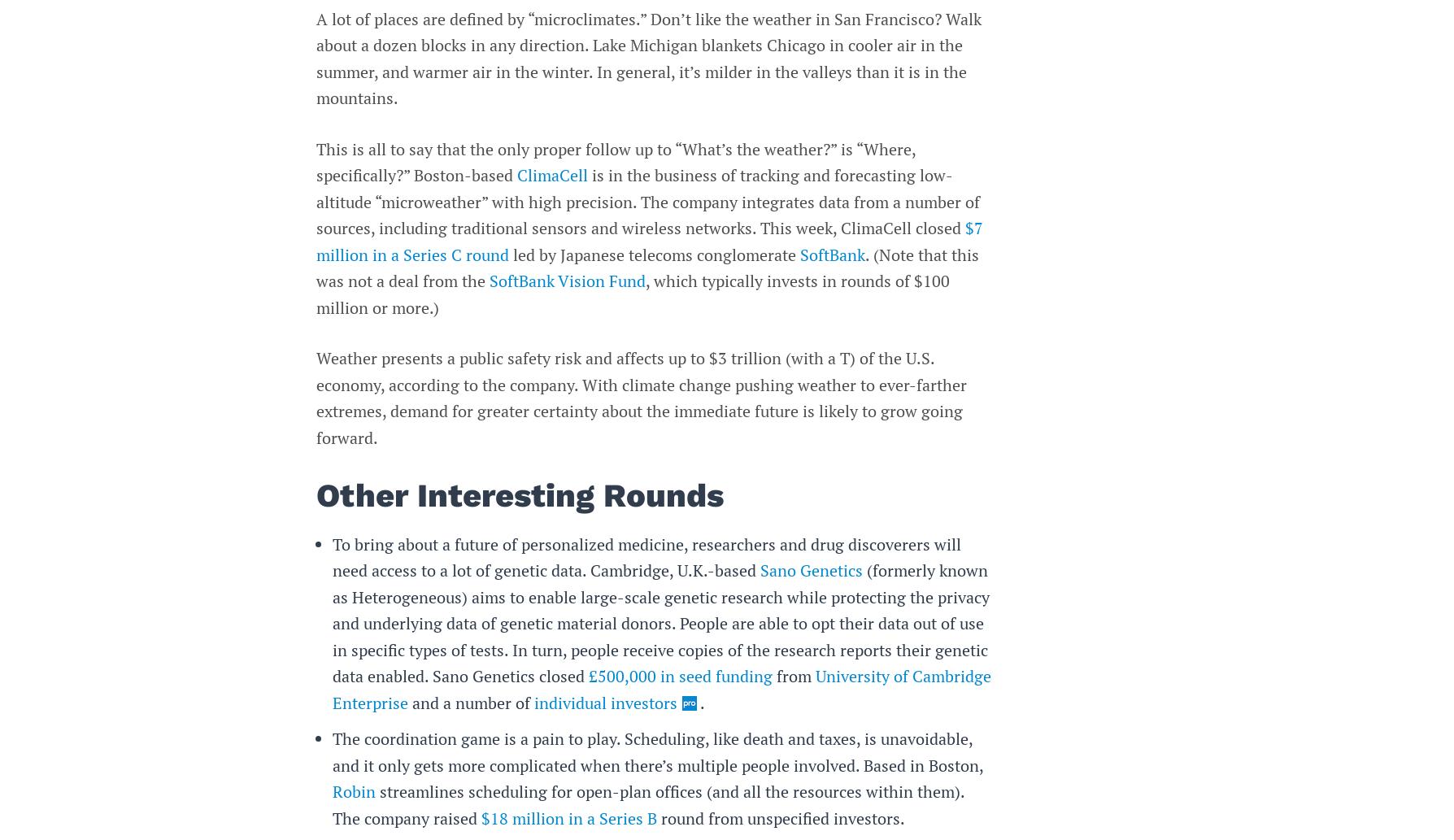 The image size is (1454, 840). Describe the element at coordinates (653, 253) in the screenshot. I see `'led by Japanese telecoms conglomerate'` at that location.